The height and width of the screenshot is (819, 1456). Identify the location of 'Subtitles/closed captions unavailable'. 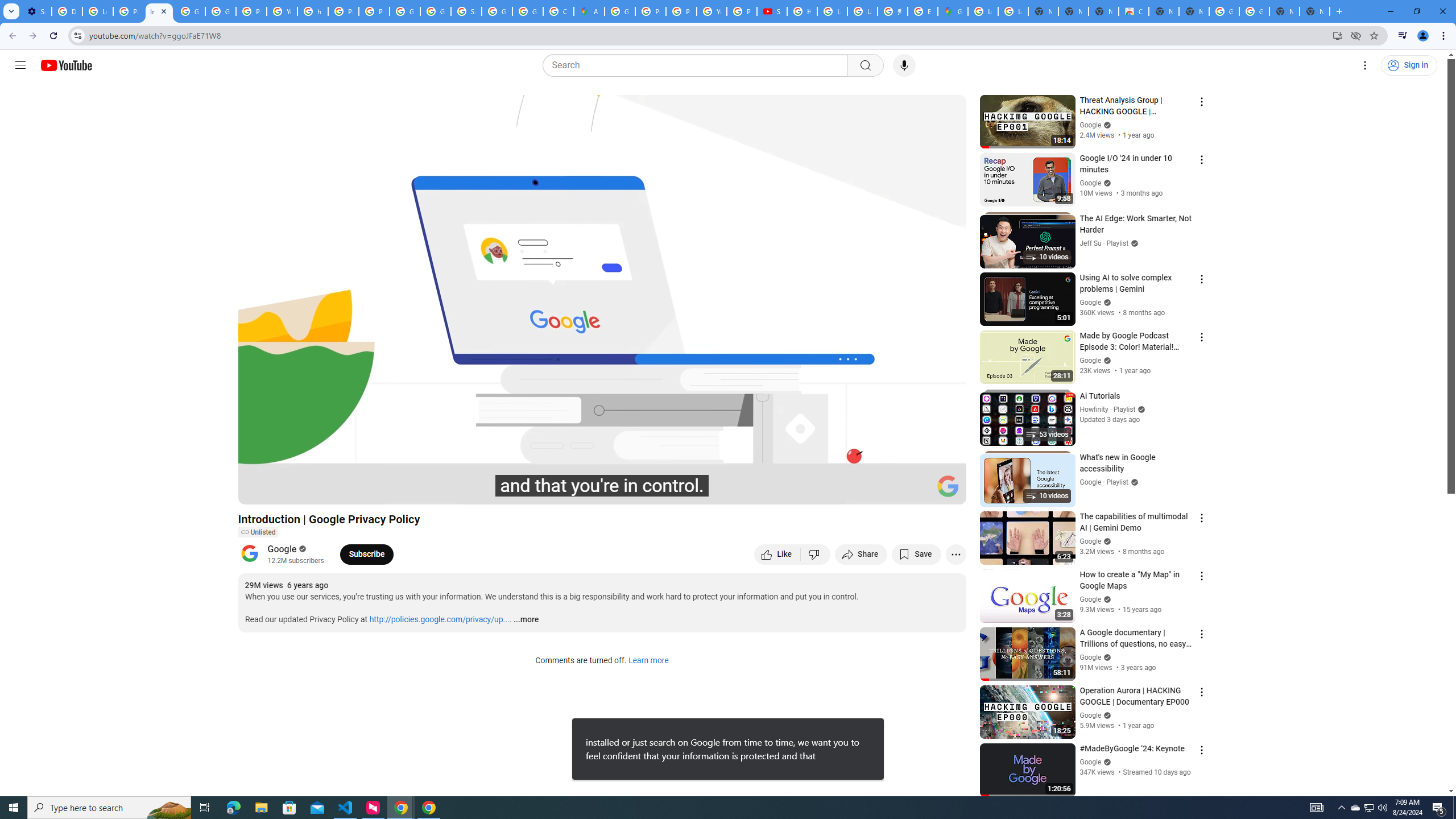
(835, 490).